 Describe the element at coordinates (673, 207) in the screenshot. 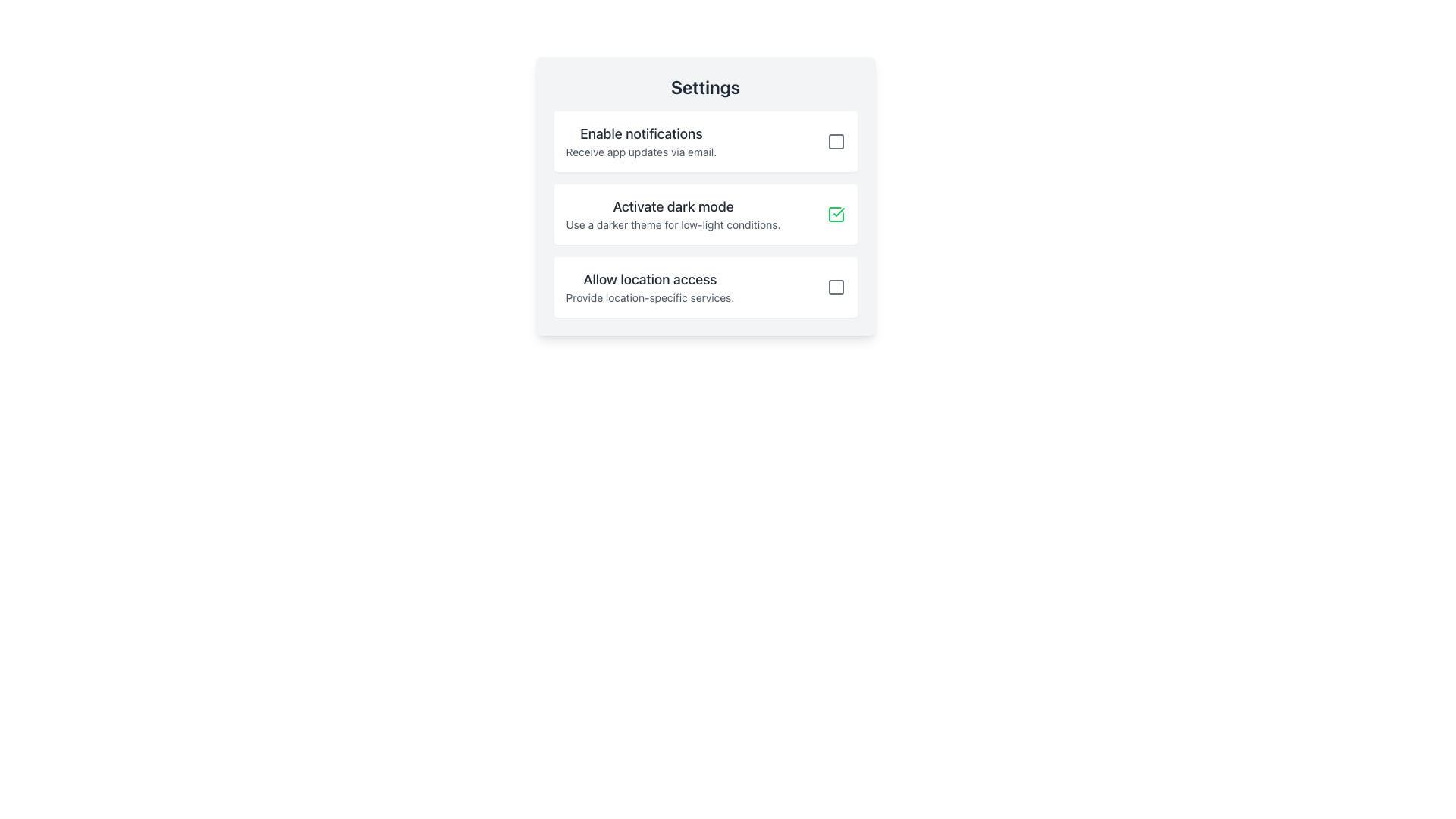

I see `the descriptive heading for dark mode functionality located under the 'Settings' main section, between 'Enable notifications' and 'Allow location access'` at that location.